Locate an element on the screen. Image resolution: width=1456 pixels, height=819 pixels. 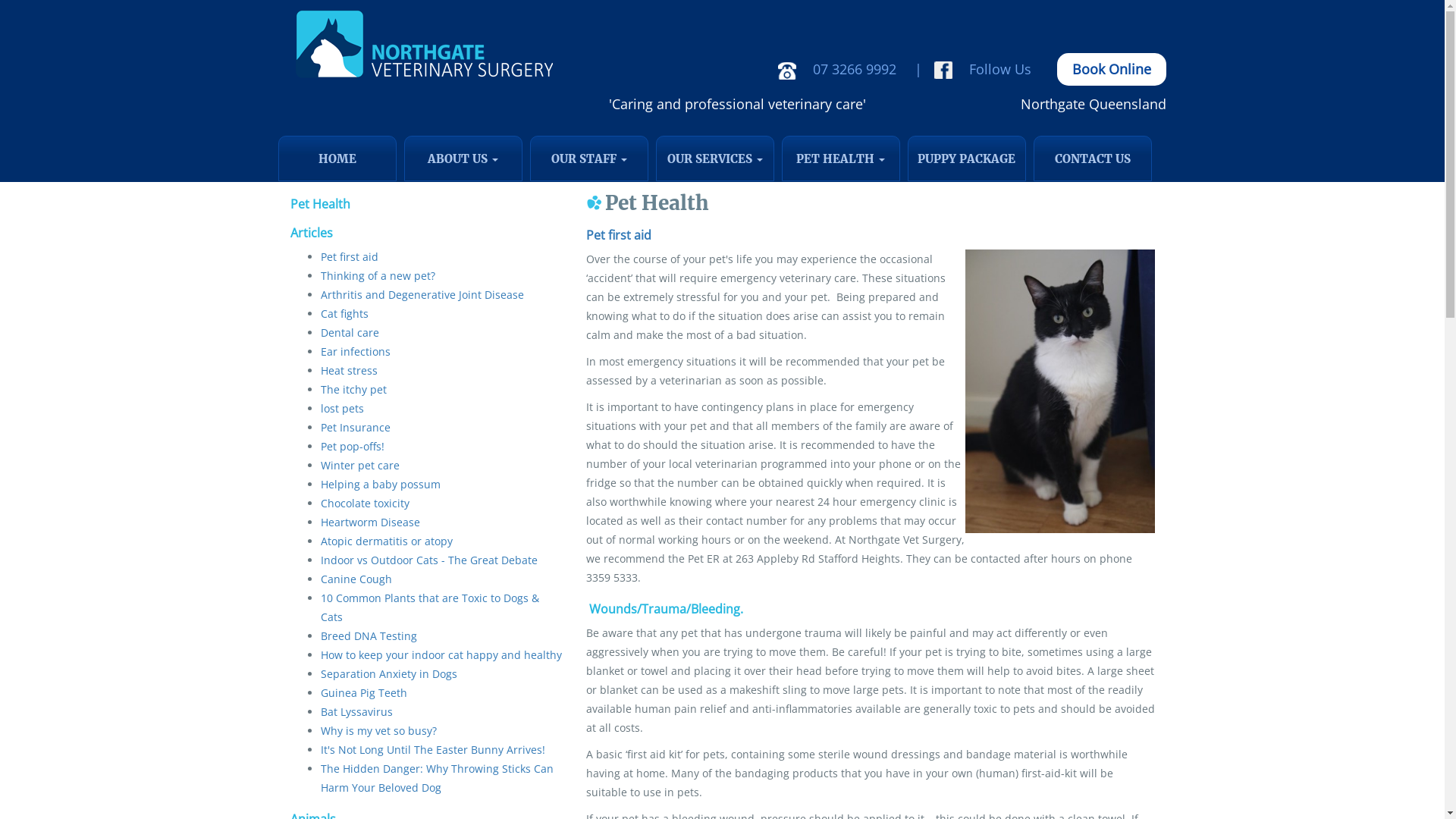
'Call Northgate Vet Surgery' is located at coordinates (786, 71).